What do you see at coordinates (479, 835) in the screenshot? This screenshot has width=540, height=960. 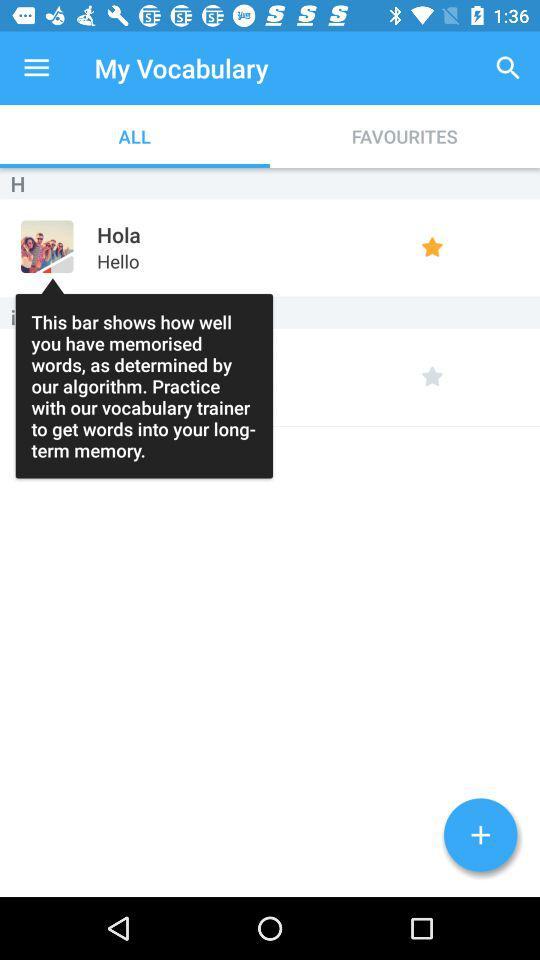 I see `the add icon` at bounding box center [479, 835].